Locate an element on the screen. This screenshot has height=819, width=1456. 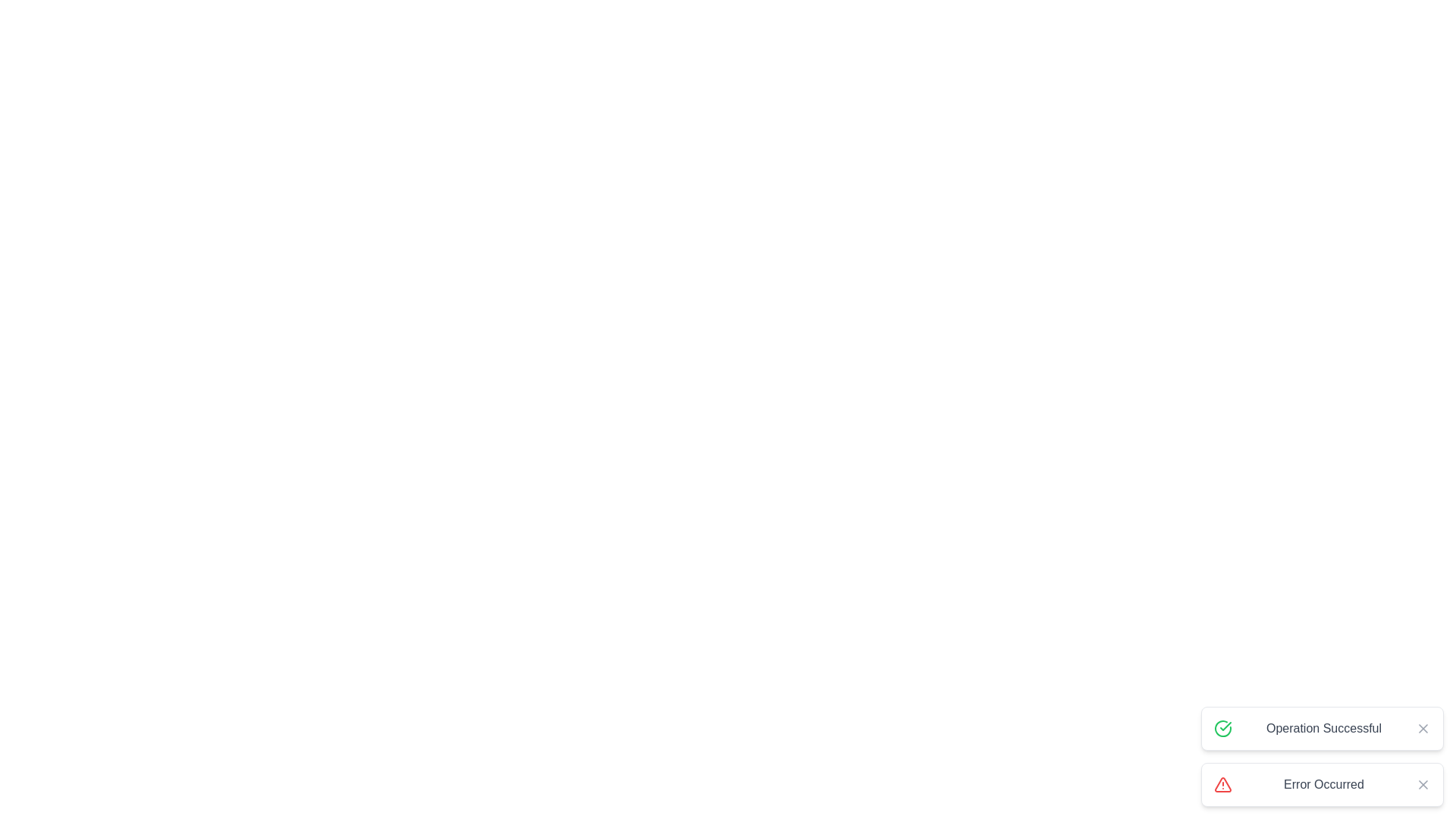
the close button located in the top-right corner of the notification box that shows 'Operation Successful' is located at coordinates (1422, 727).